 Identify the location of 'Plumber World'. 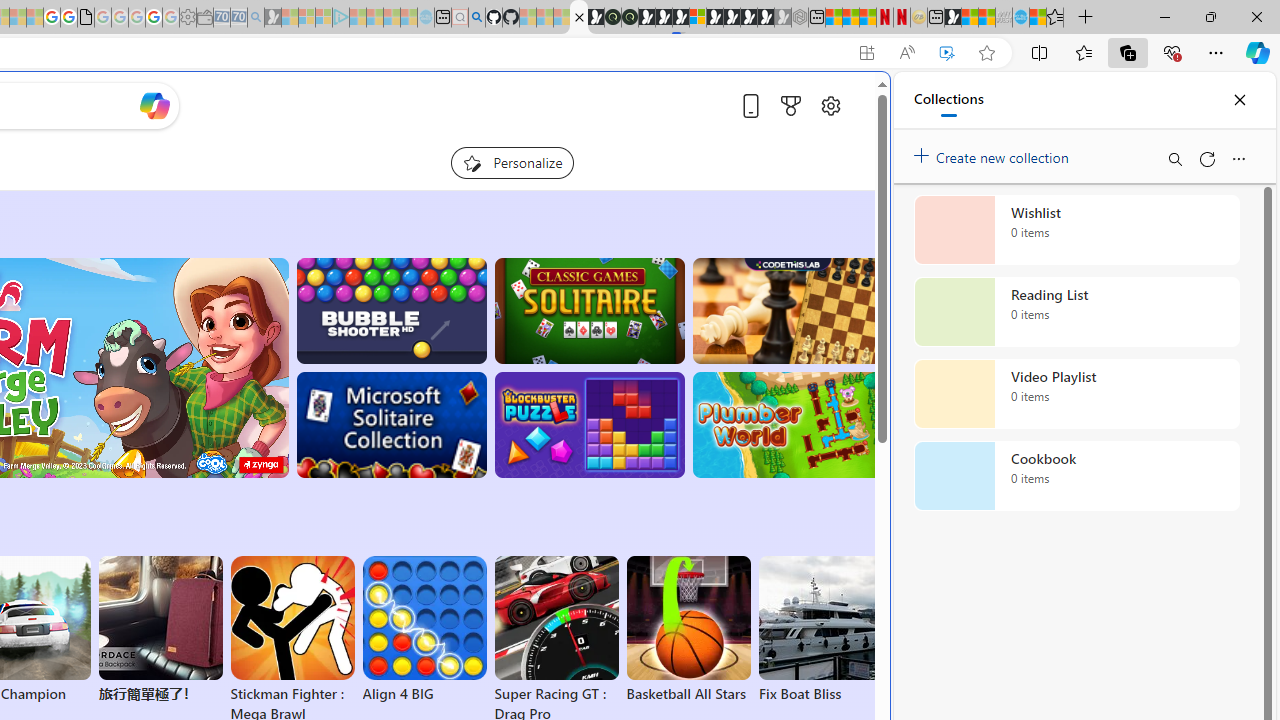
(786, 424).